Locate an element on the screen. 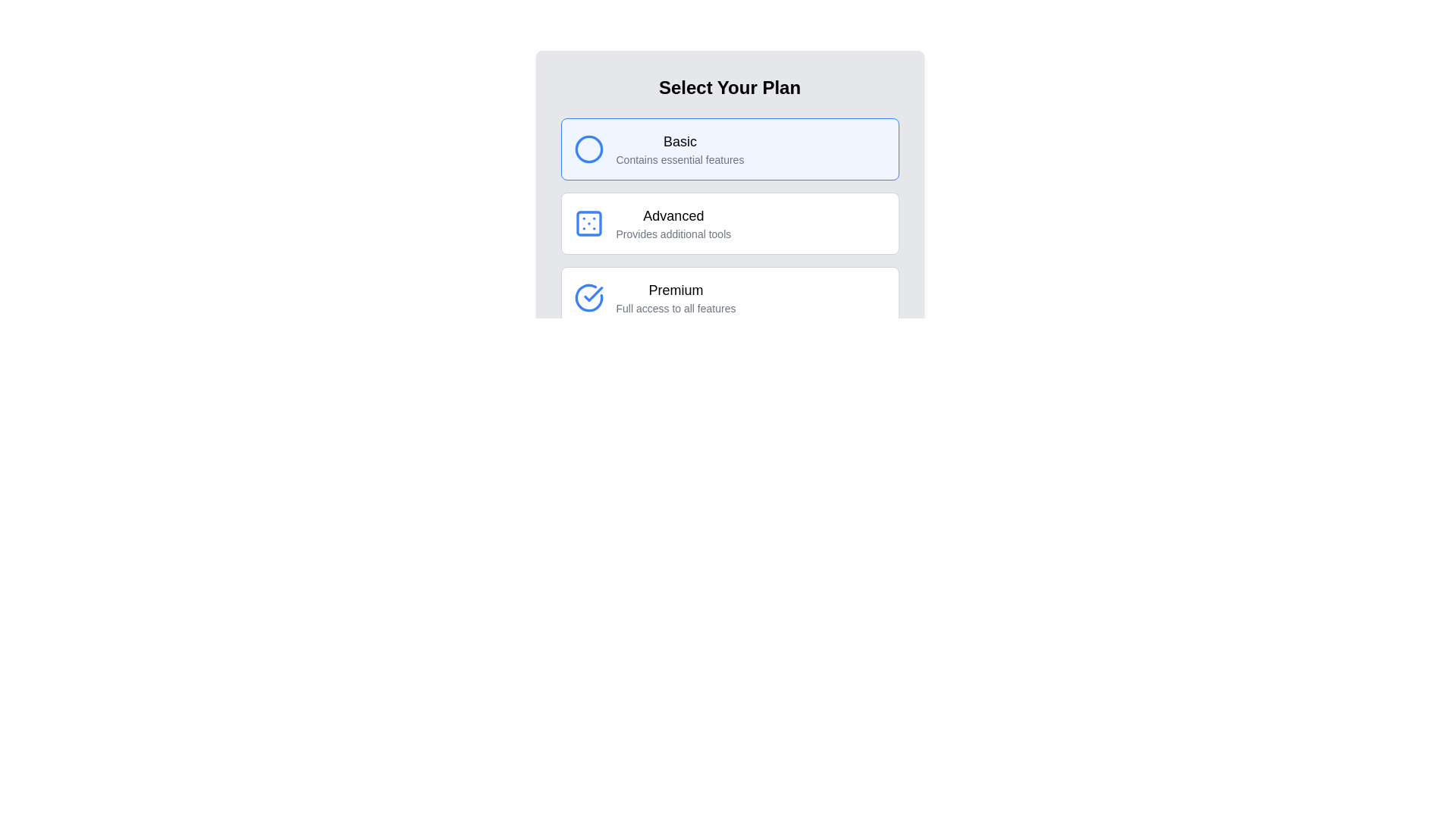 This screenshot has width=1456, height=819. the small rectangle within the die icon representing a dice face, located in the second option named 'Advanced' under 'Select Your Plan' is located at coordinates (588, 223).